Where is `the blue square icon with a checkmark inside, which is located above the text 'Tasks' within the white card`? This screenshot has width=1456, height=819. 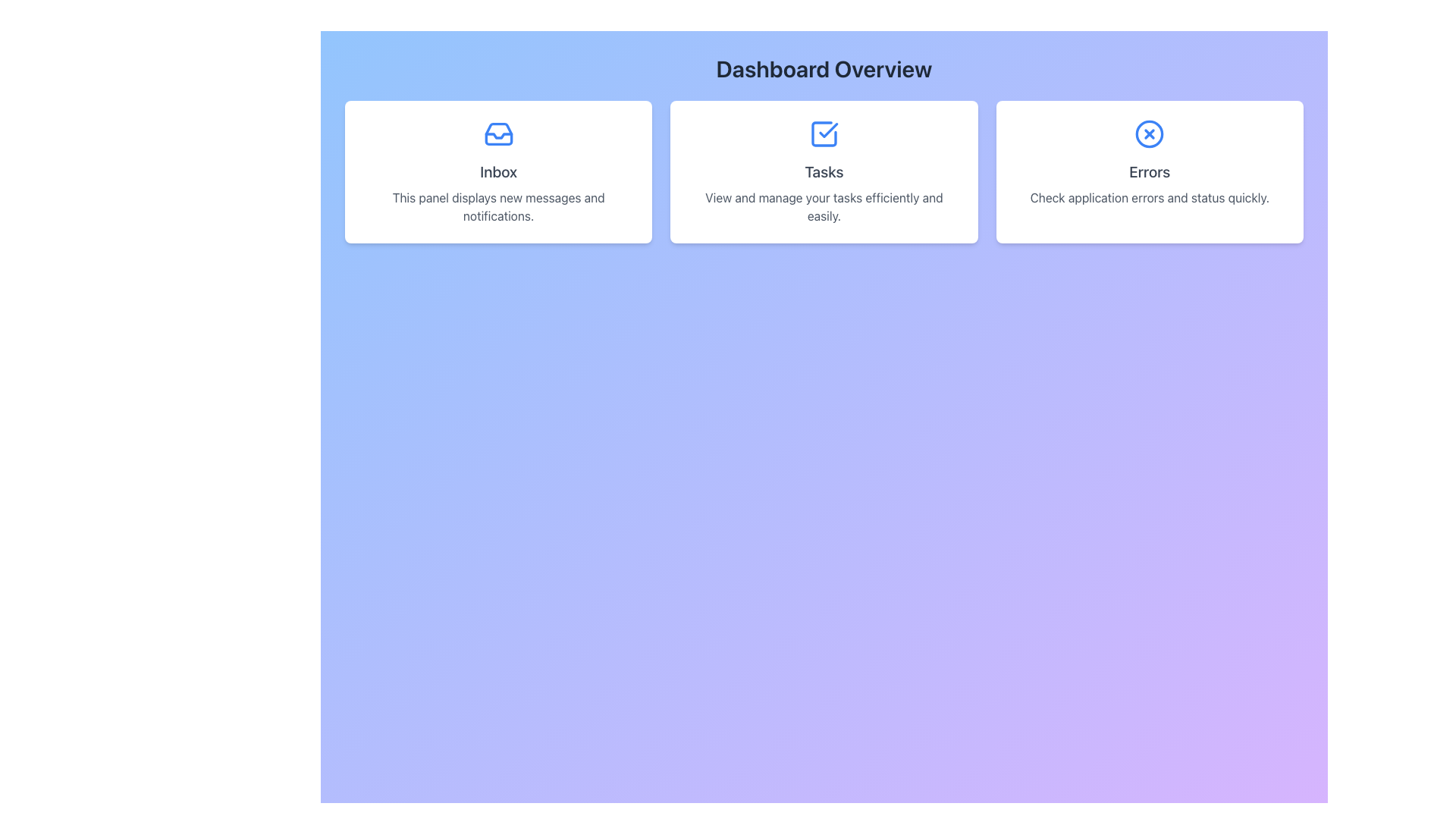 the blue square icon with a checkmark inside, which is located above the text 'Tasks' within the white card is located at coordinates (823, 133).